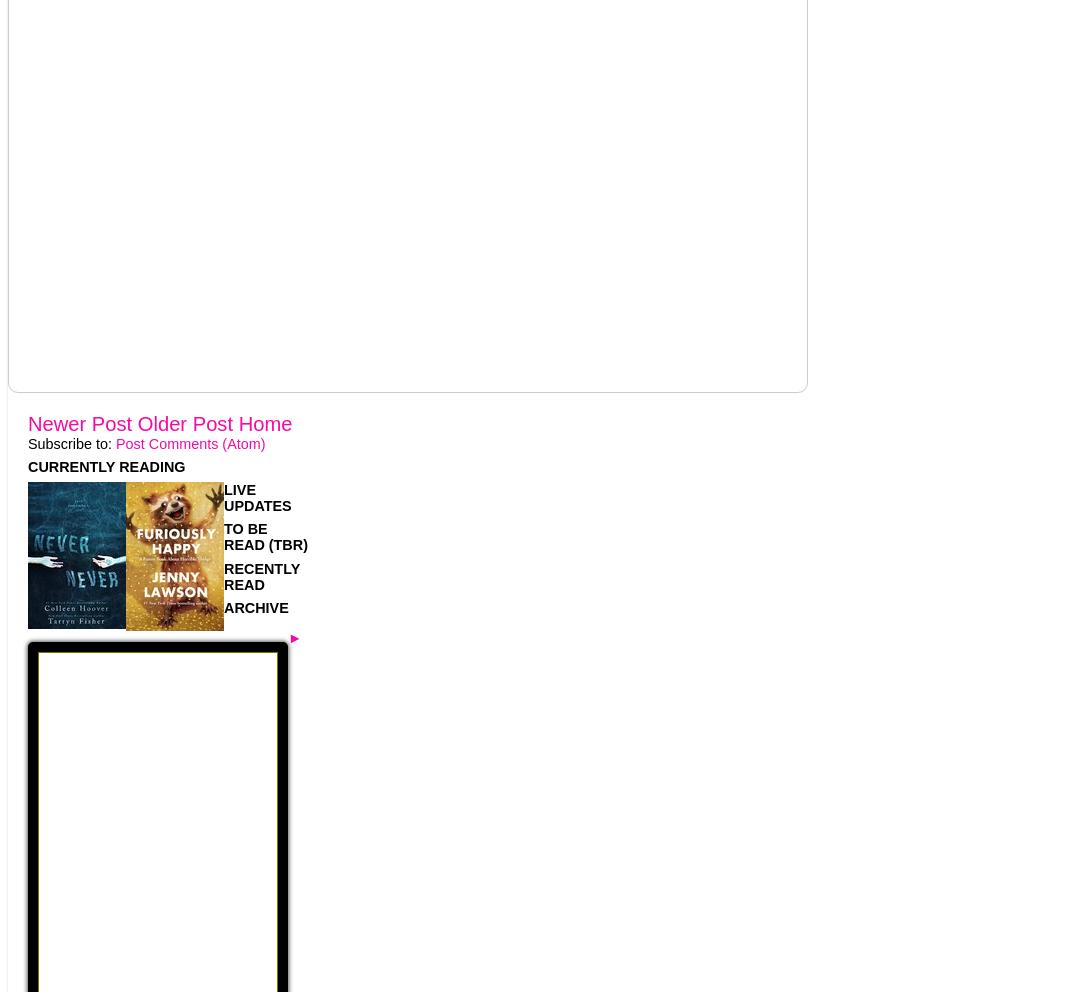 The image size is (1088, 992). I want to click on 'RECENTLY READ', so click(223, 575).